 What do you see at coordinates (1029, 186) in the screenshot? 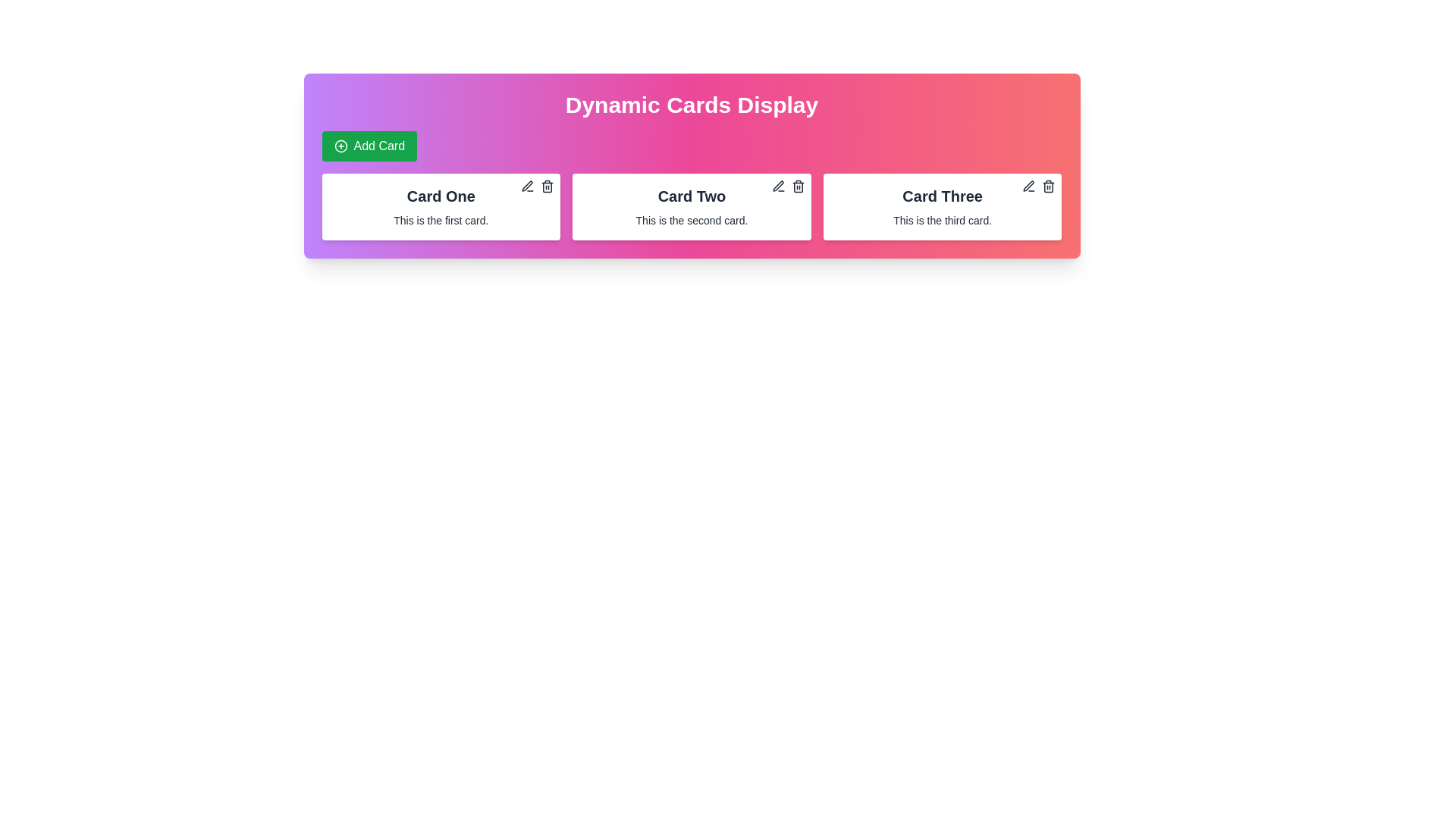
I see `the Icon button located in the top-right corner of the third card element labeled 'Card Three', which is the first among two interactable icons` at bounding box center [1029, 186].